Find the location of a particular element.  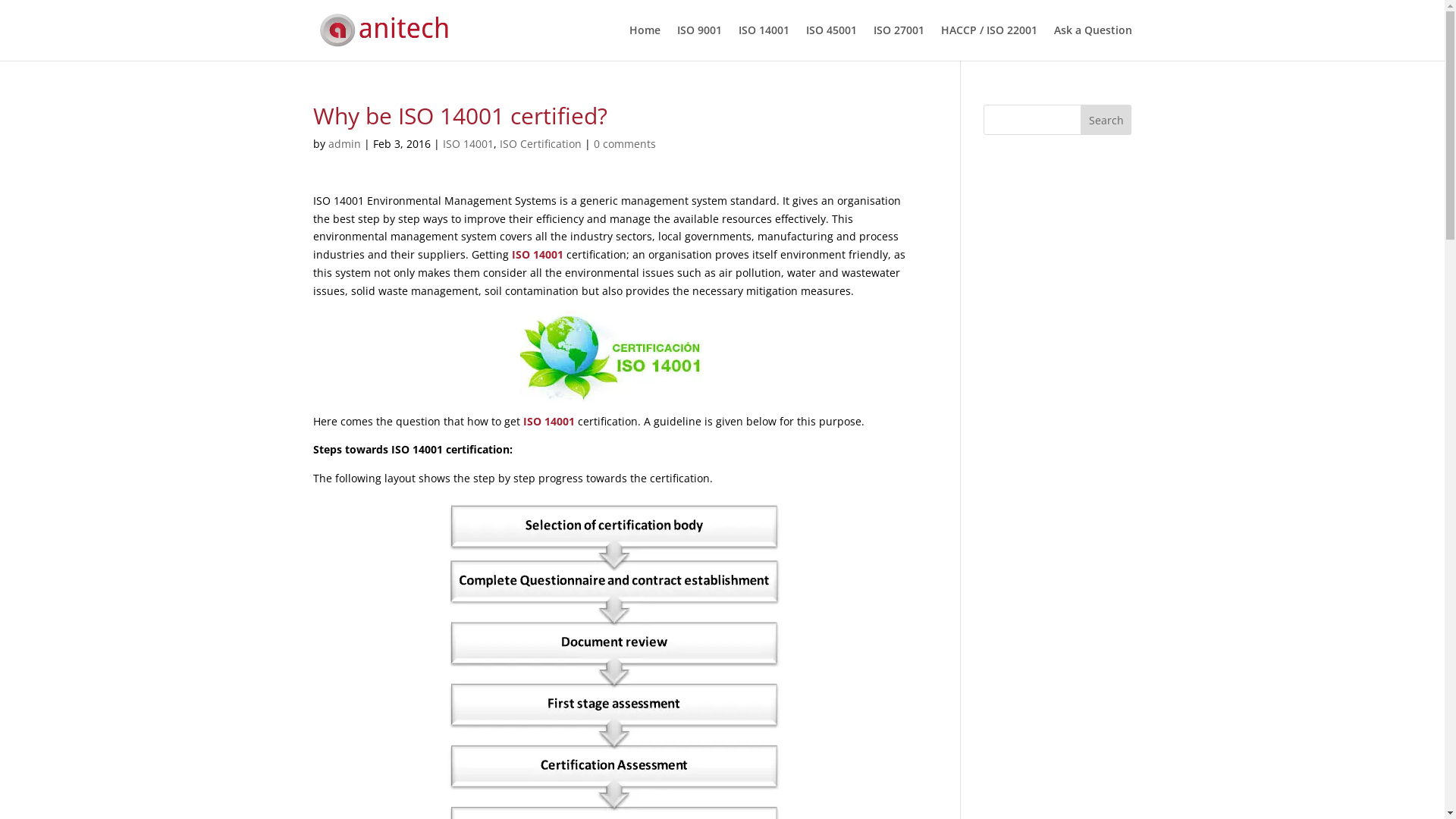

'ISO Certification' is located at coordinates (539, 143).